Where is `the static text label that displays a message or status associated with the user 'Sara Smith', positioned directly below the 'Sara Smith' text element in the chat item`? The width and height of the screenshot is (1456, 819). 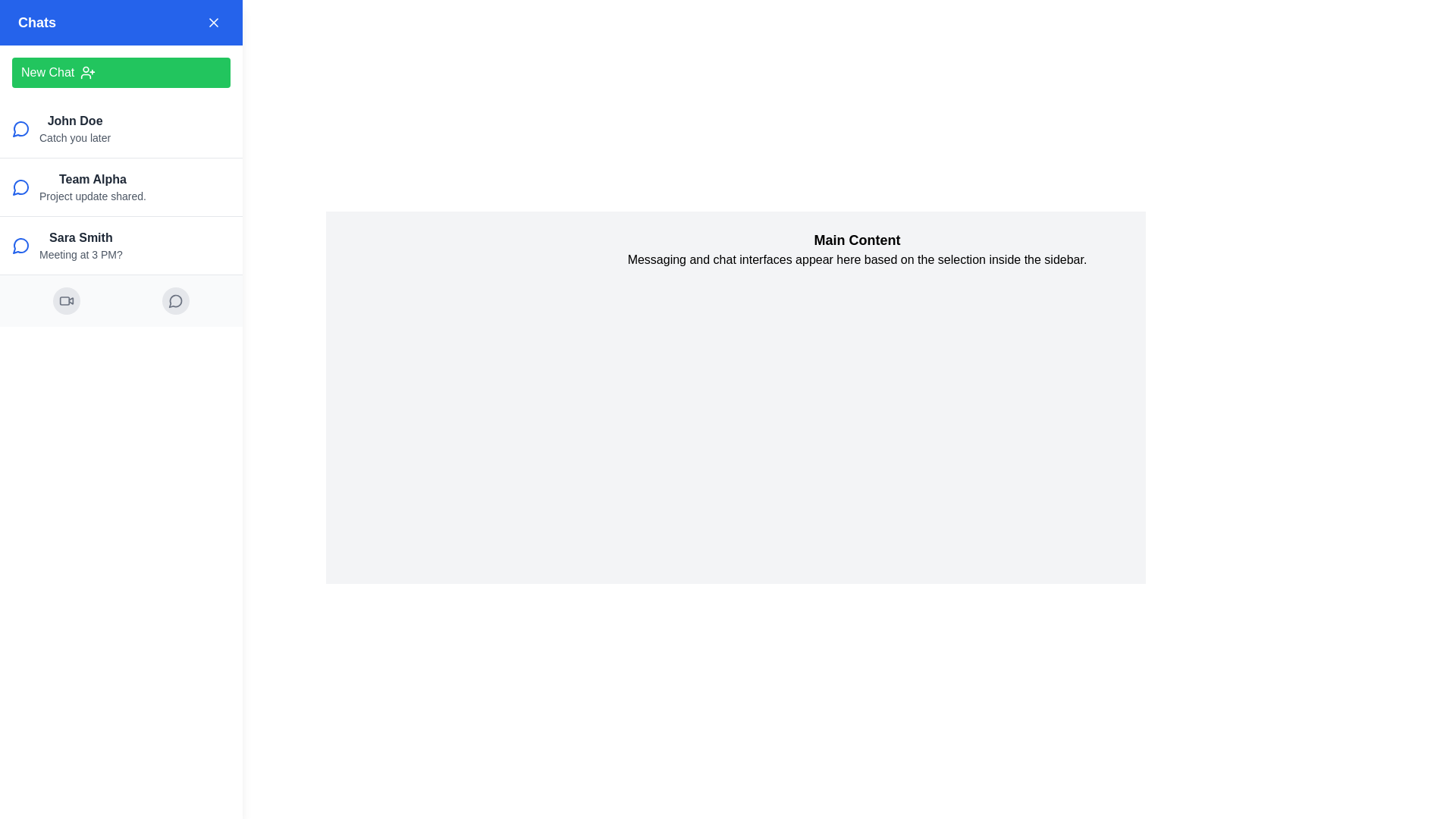
the static text label that displays a message or status associated with the user 'Sara Smith', positioned directly below the 'Sara Smith' text element in the chat item is located at coordinates (80, 253).